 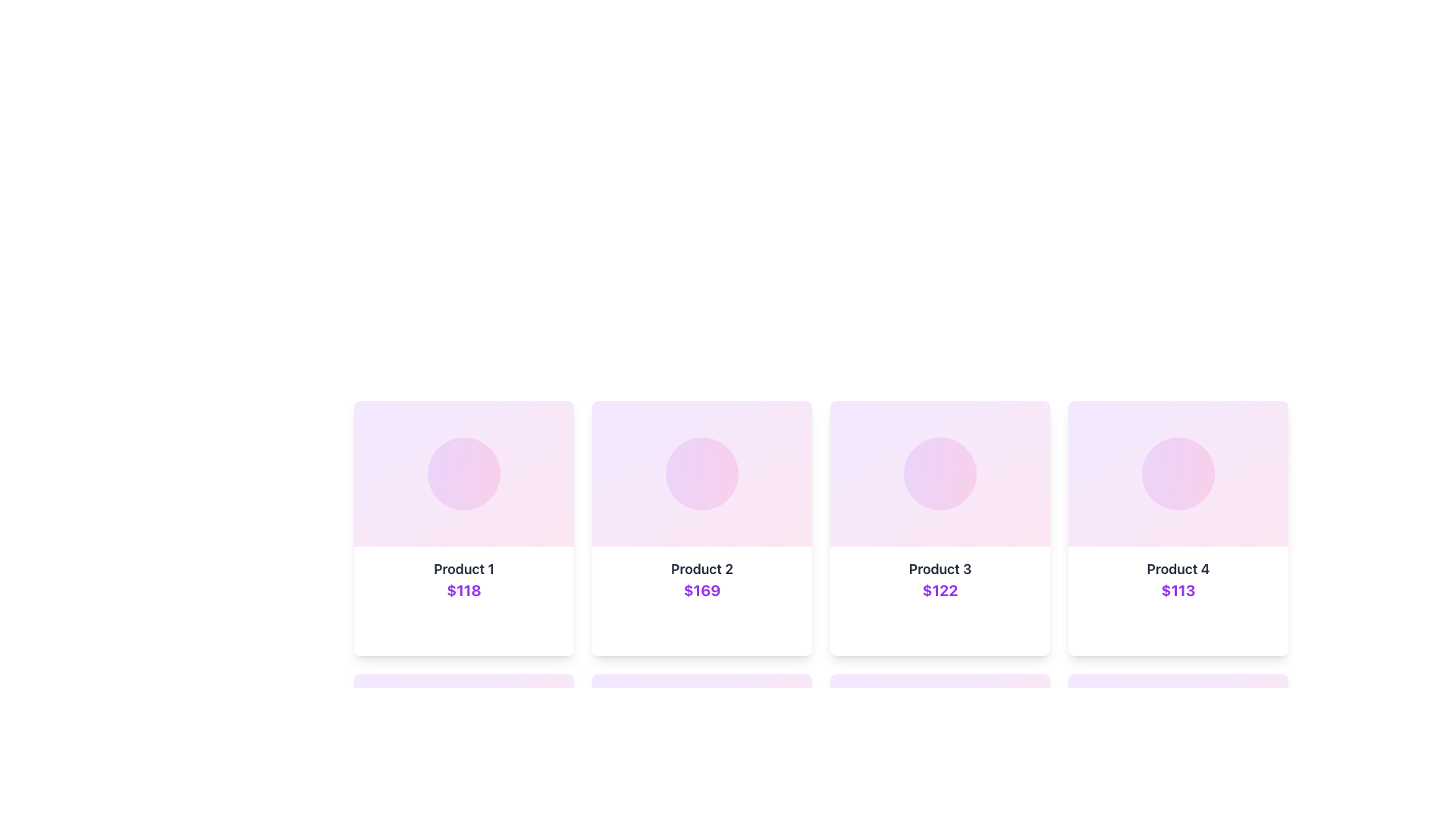 I want to click on the circular decorative element with a gradient fill transitioning from purple to pink, located centrally in the top portion of the 'Product 4' card, so click(x=1178, y=472).